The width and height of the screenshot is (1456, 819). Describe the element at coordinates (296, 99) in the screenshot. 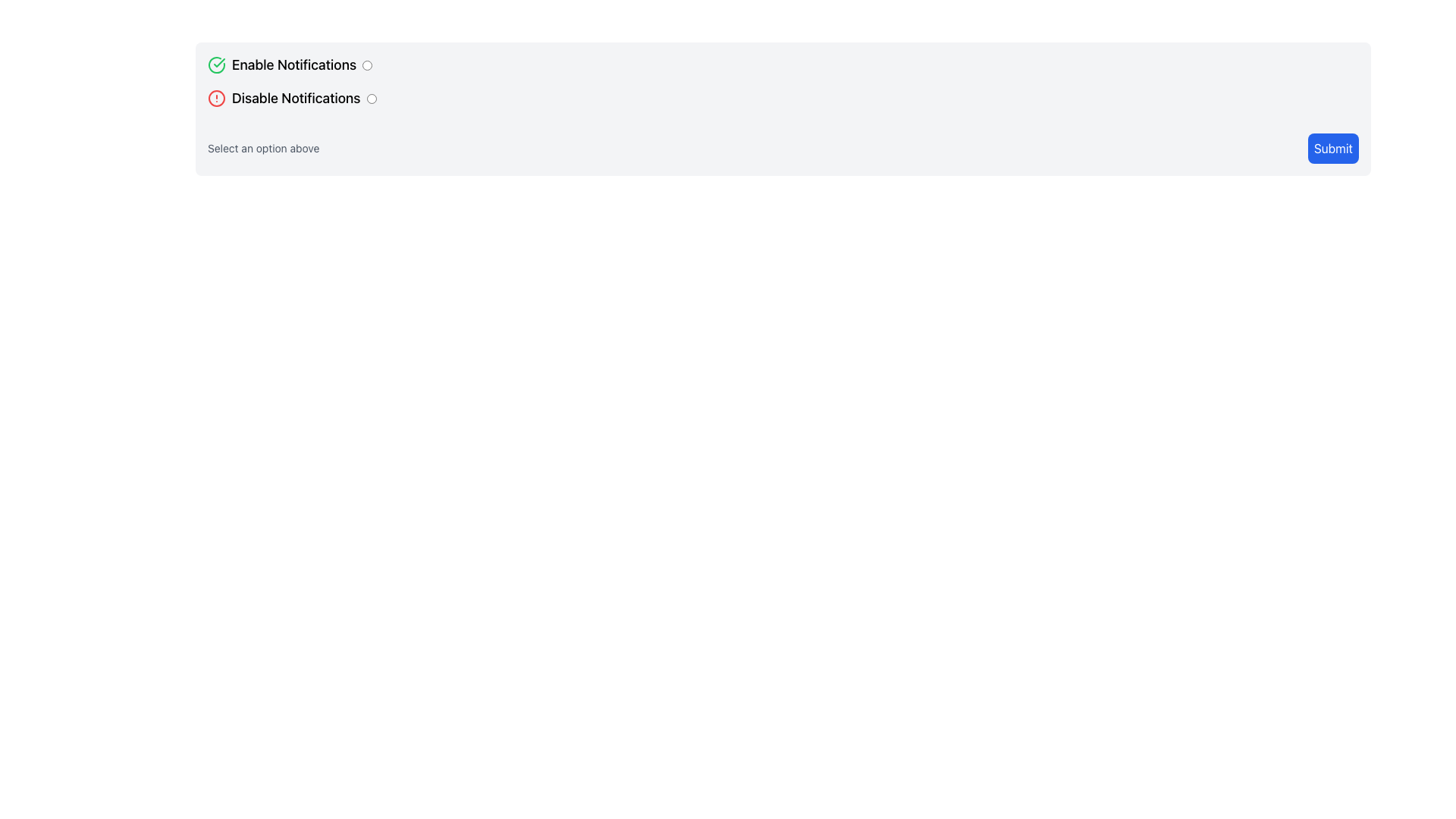

I see `the text label that reads 'Disable Notifications', which is positioned below the 'Enable Notifications' label and next to a radio button` at that location.